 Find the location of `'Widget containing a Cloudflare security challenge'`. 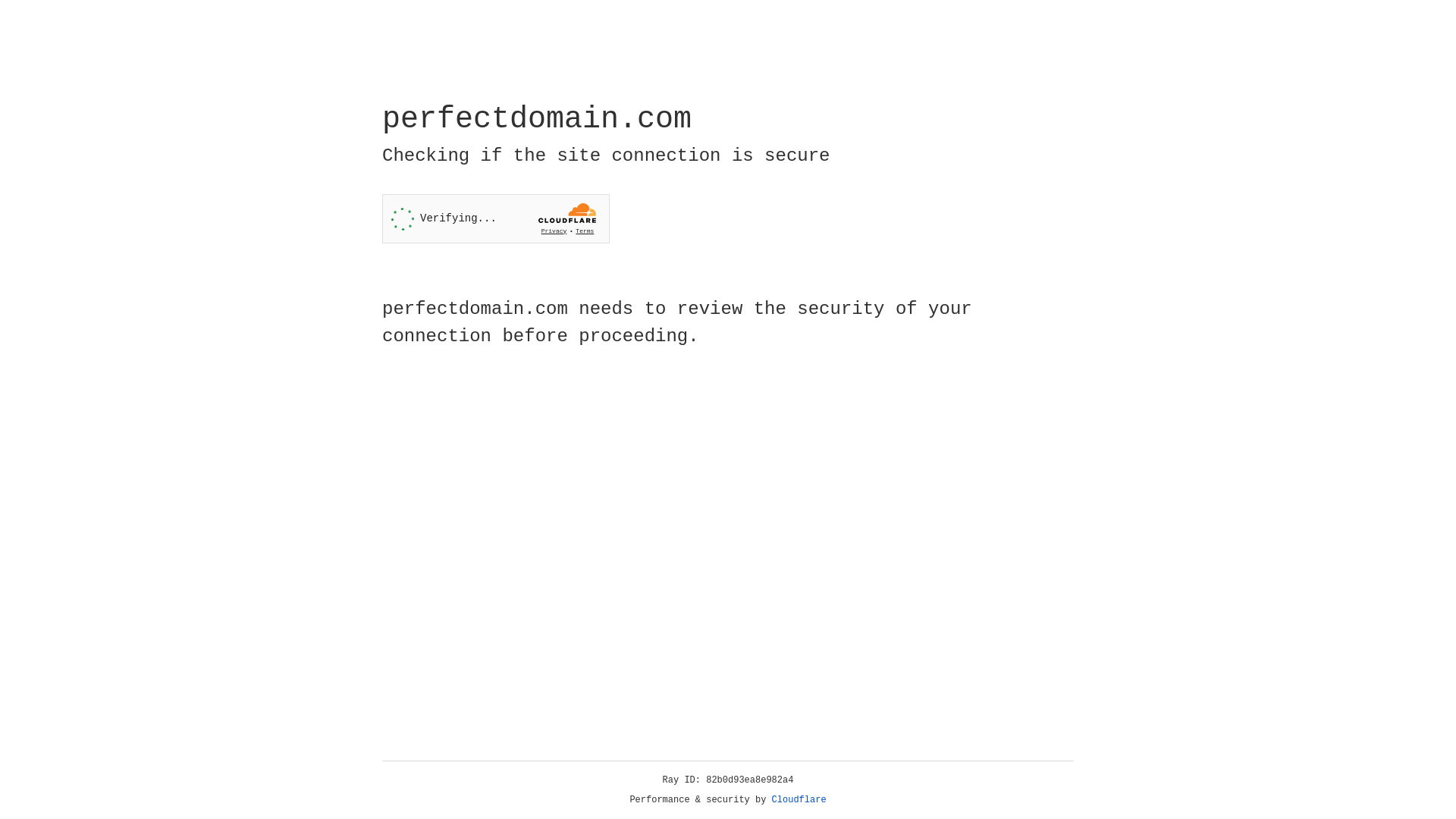

'Widget containing a Cloudflare security challenge' is located at coordinates (495, 218).